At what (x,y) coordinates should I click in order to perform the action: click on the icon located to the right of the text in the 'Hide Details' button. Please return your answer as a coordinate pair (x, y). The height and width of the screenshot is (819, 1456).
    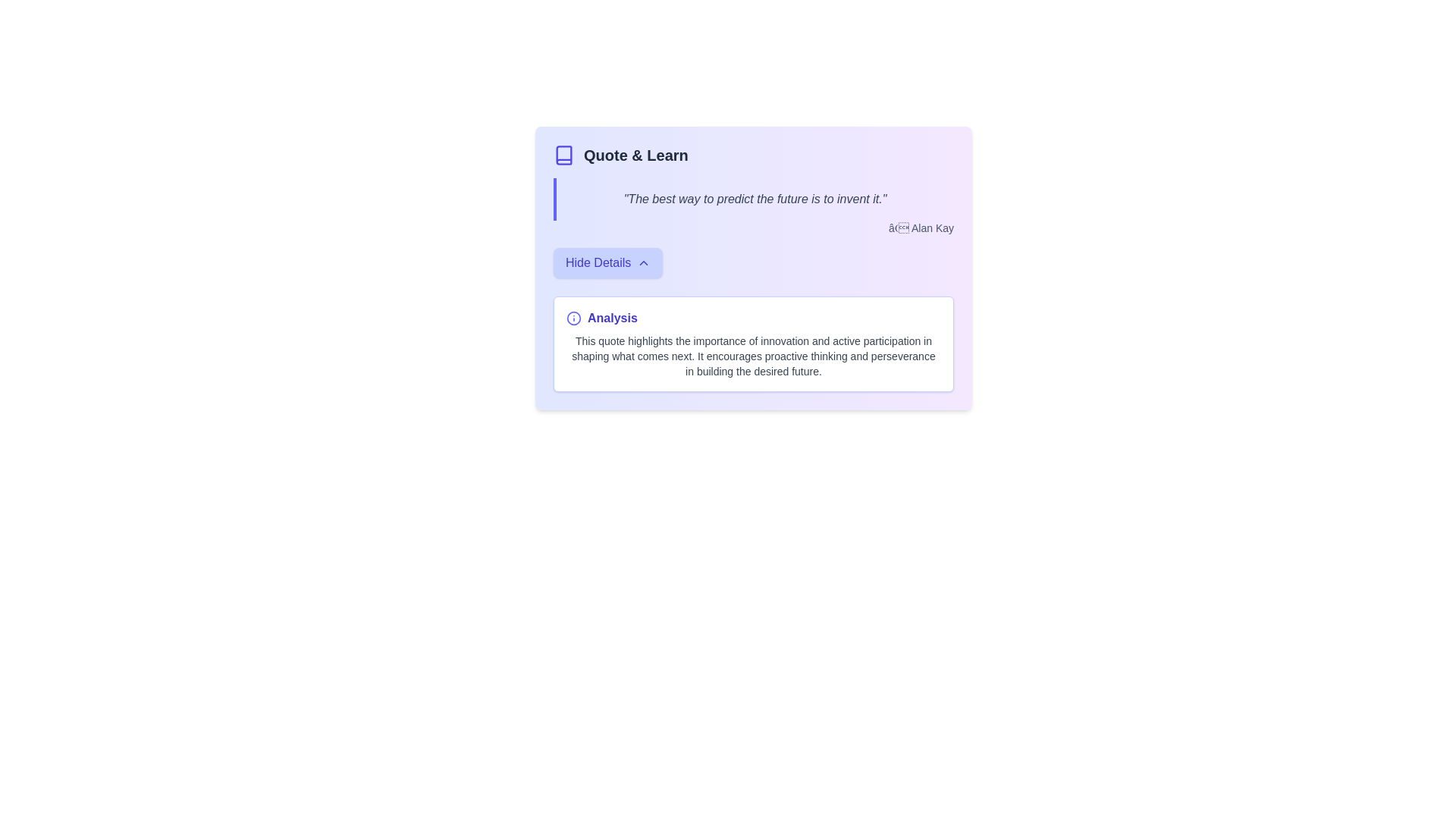
    Looking at the image, I should click on (644, 262).